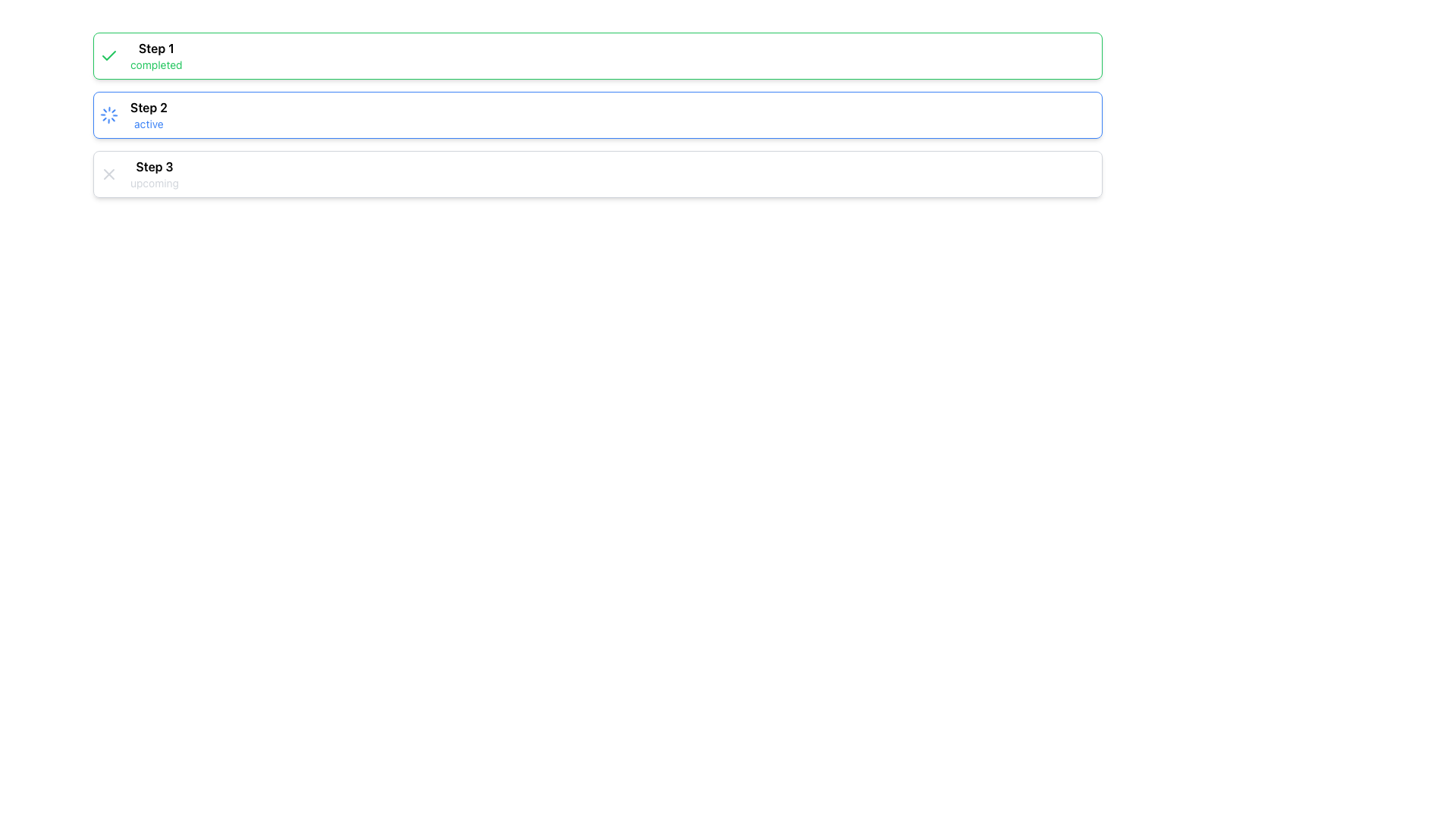  I want to click on the 'Step 2' text-based display component indicating the current step in a multi-step process, so click(149, 114).